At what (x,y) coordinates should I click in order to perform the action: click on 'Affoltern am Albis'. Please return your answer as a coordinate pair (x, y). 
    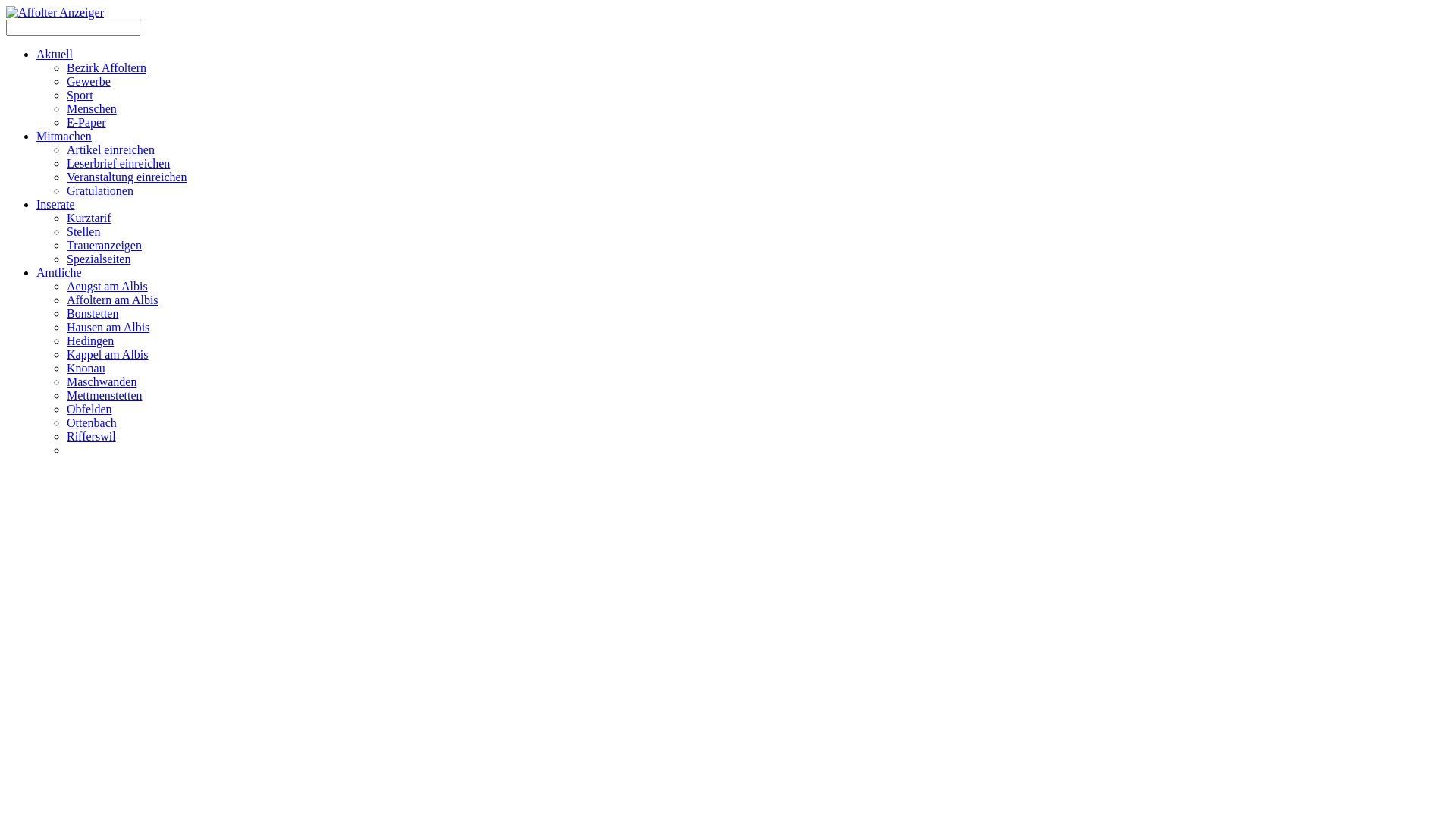
    Looking at the image, I should click on (111, 300).